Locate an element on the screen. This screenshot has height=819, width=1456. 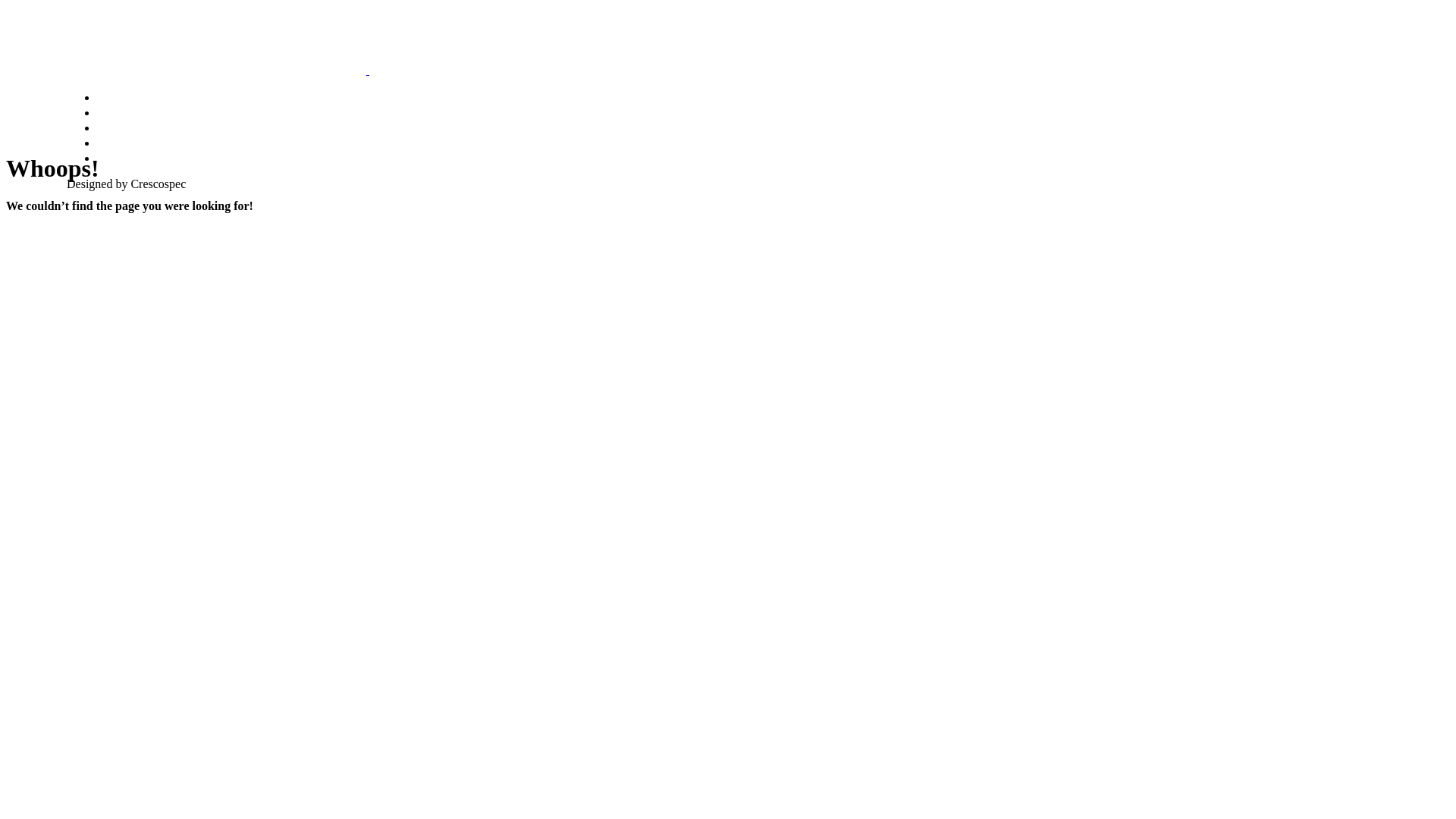
'PROJECTS' is located at coordinates (128, 143).